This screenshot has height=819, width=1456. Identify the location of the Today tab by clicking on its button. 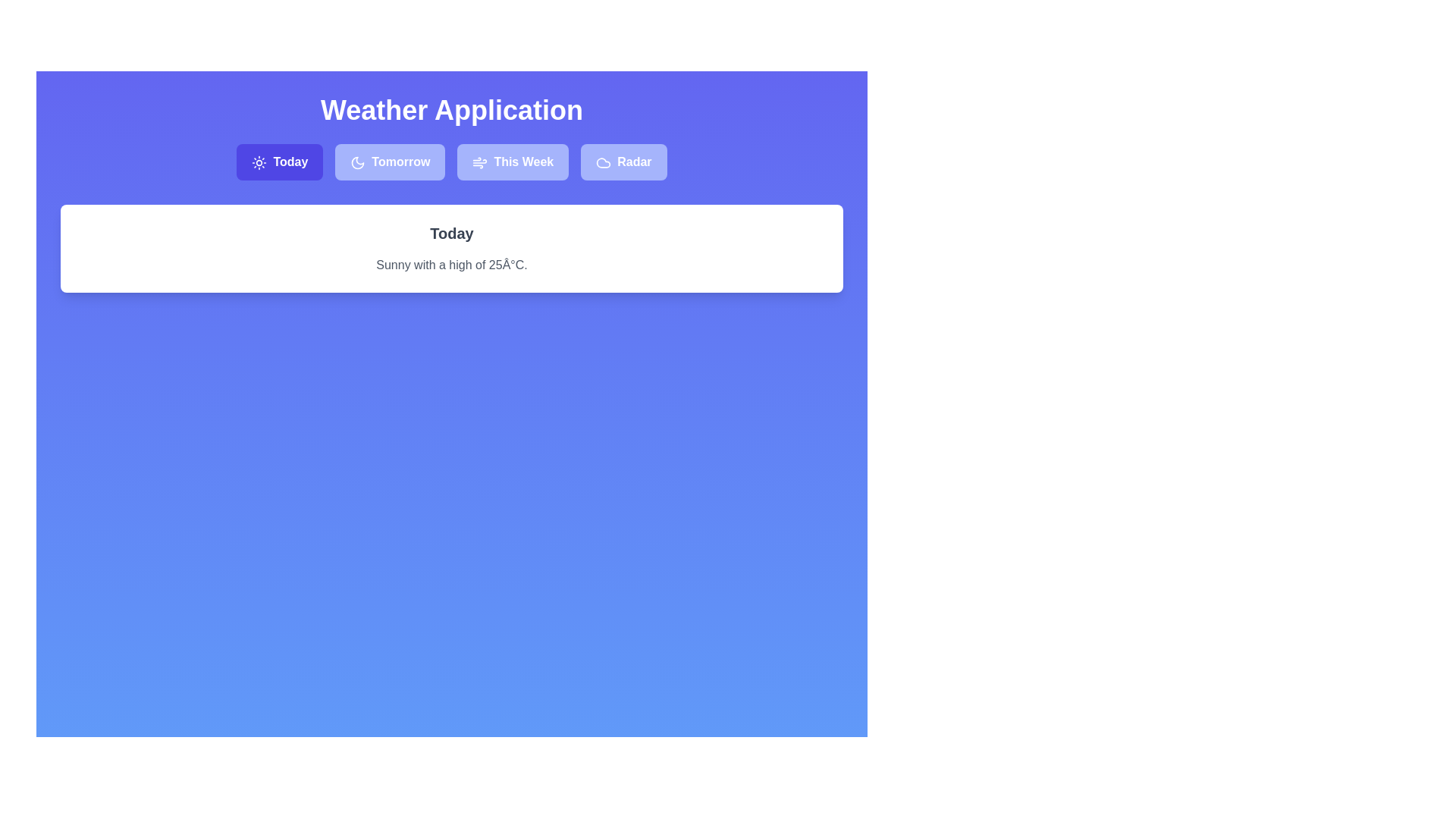
(280, 162).